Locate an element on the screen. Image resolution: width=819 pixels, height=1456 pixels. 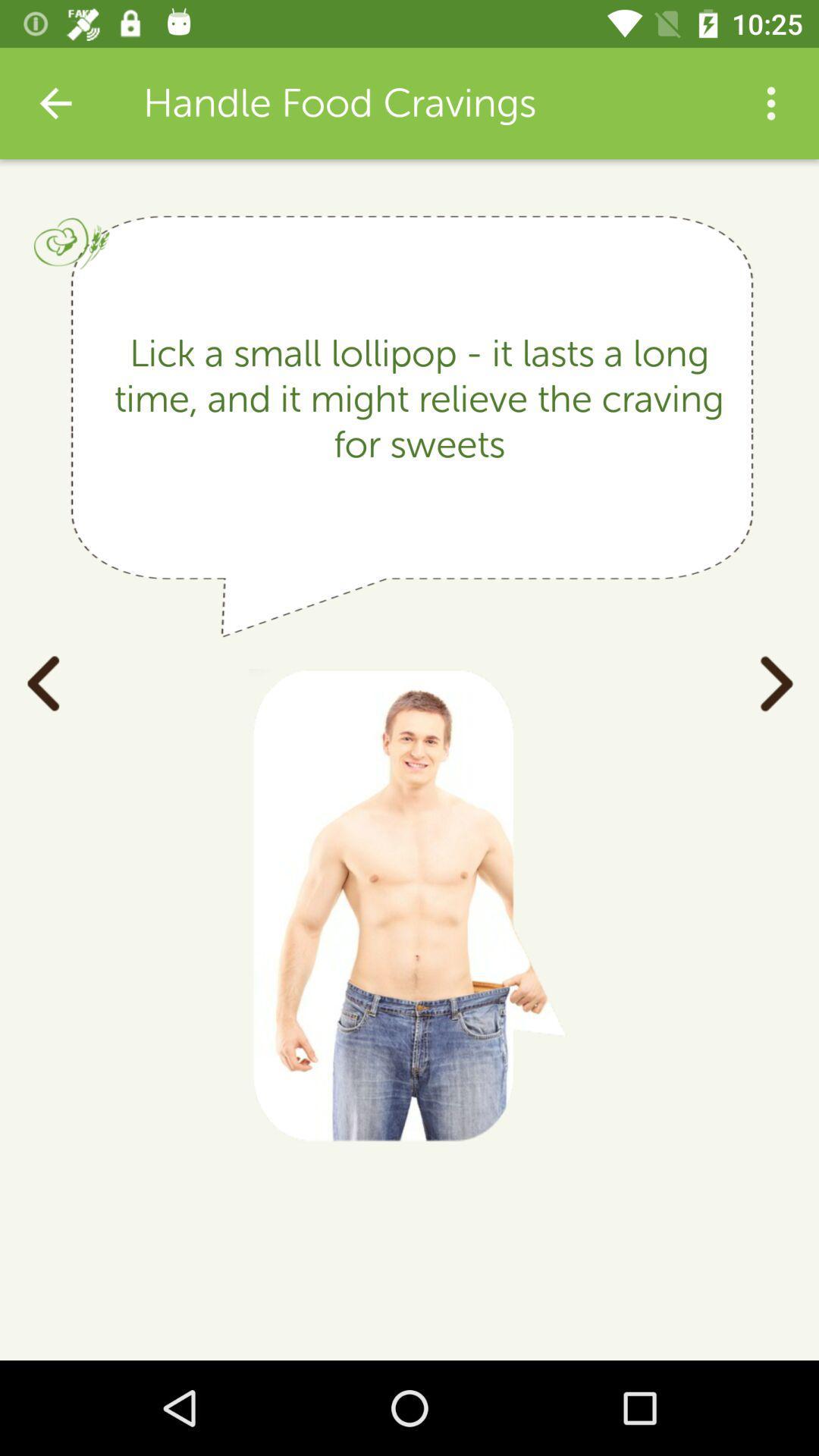
the item above the lick a small item is located at coordinates (771, 102).